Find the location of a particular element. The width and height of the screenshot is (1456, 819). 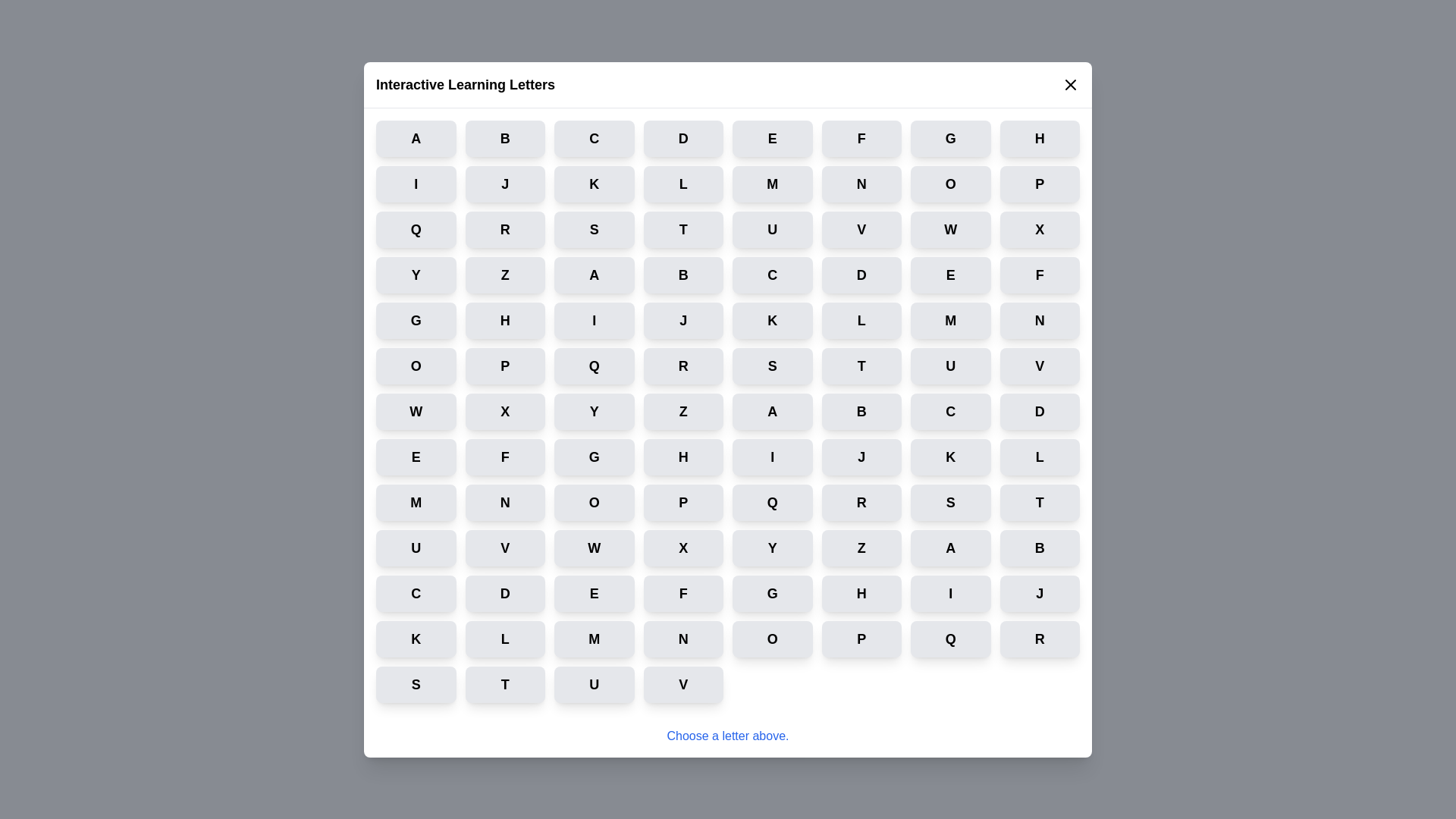

the letter button labeled A is located at coordinates (416, 138).